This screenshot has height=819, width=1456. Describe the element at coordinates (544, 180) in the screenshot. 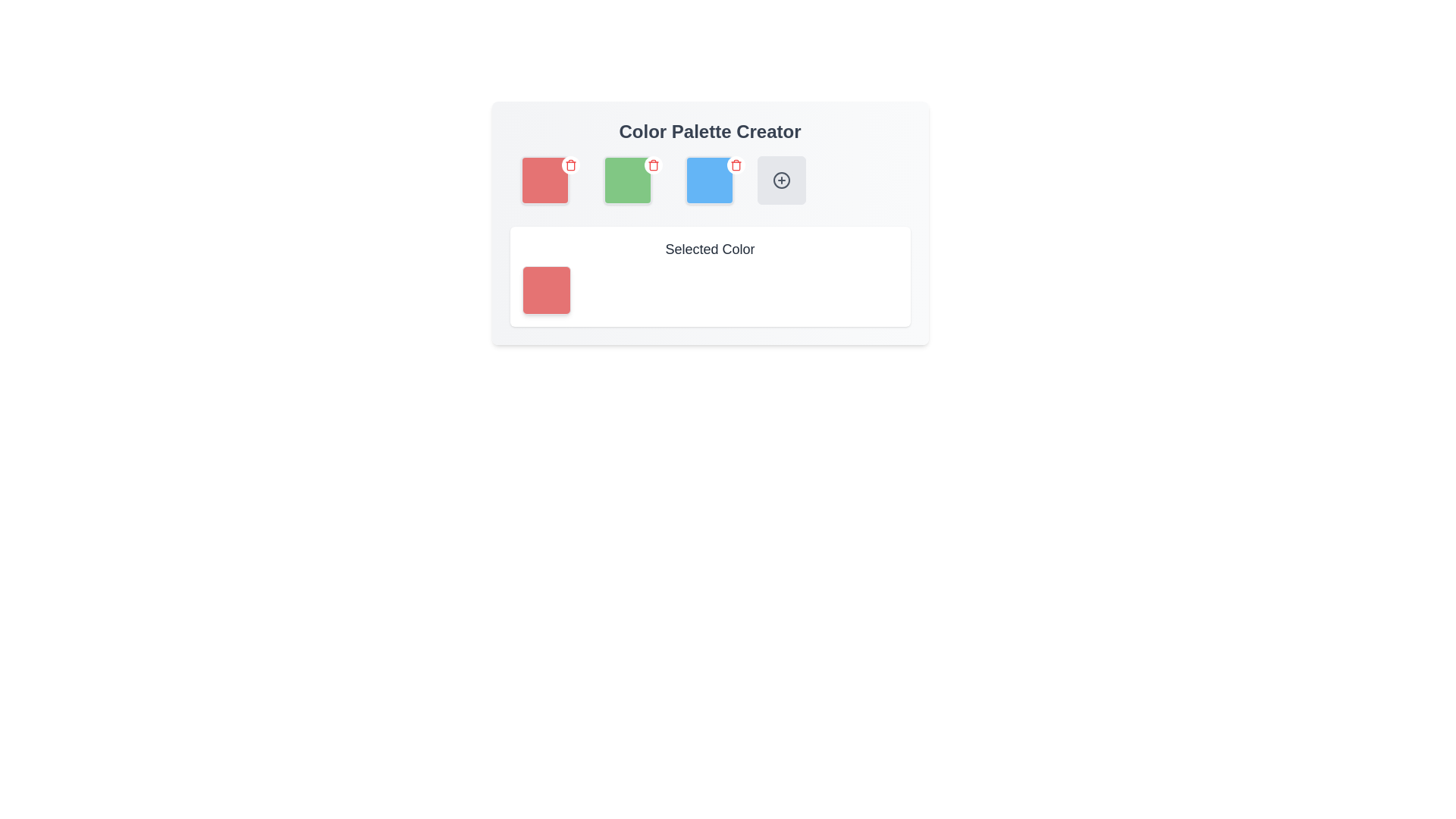

I see `the first color swatch in the Color Palette Creator application` at that location.